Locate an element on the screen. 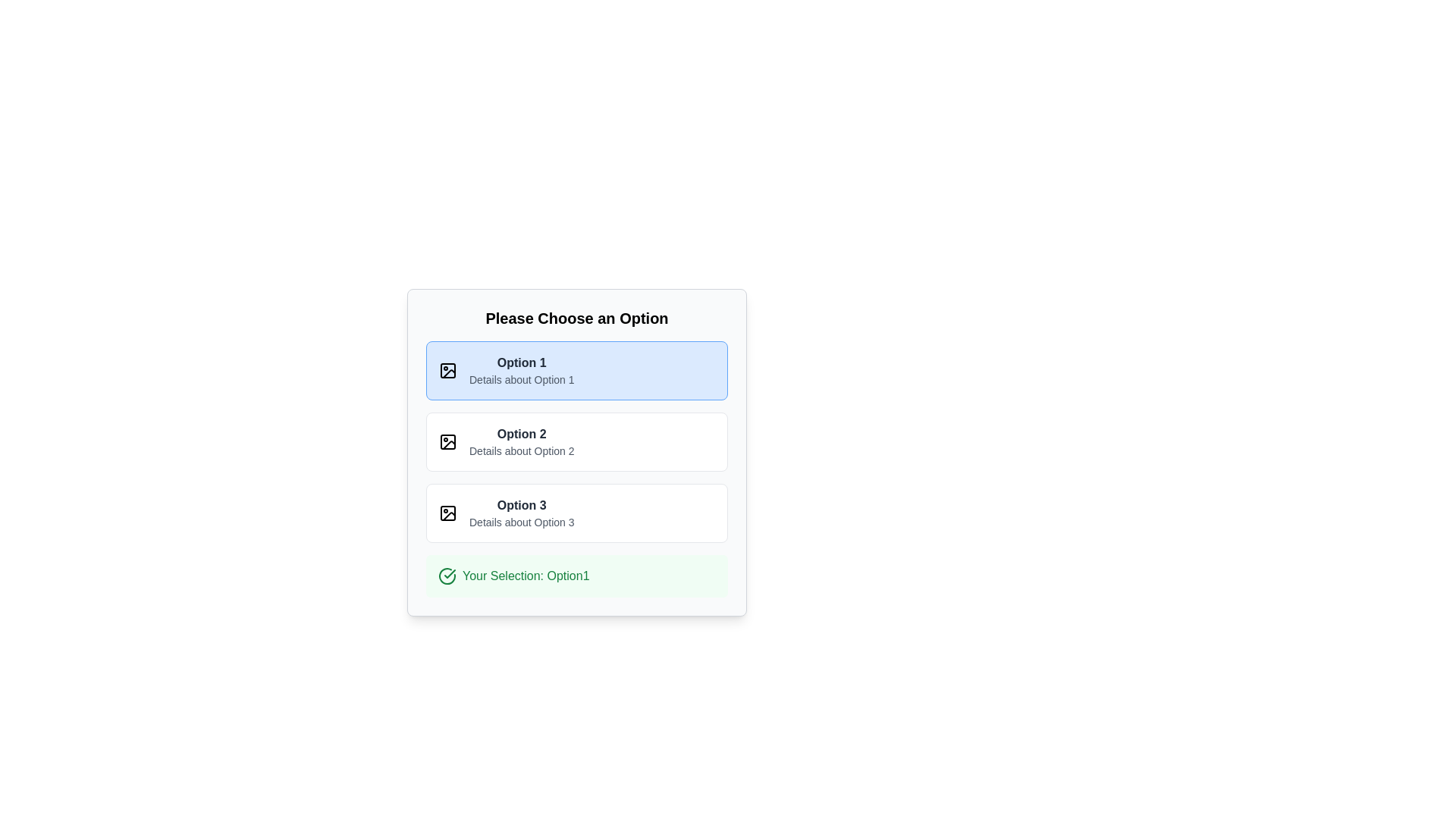 The height and width of the screenshot is (819, 1456). the static text label displaying 'Option 3' which is part of a list of selectable options, located in the center of the page is located at coordinates (522, 505).